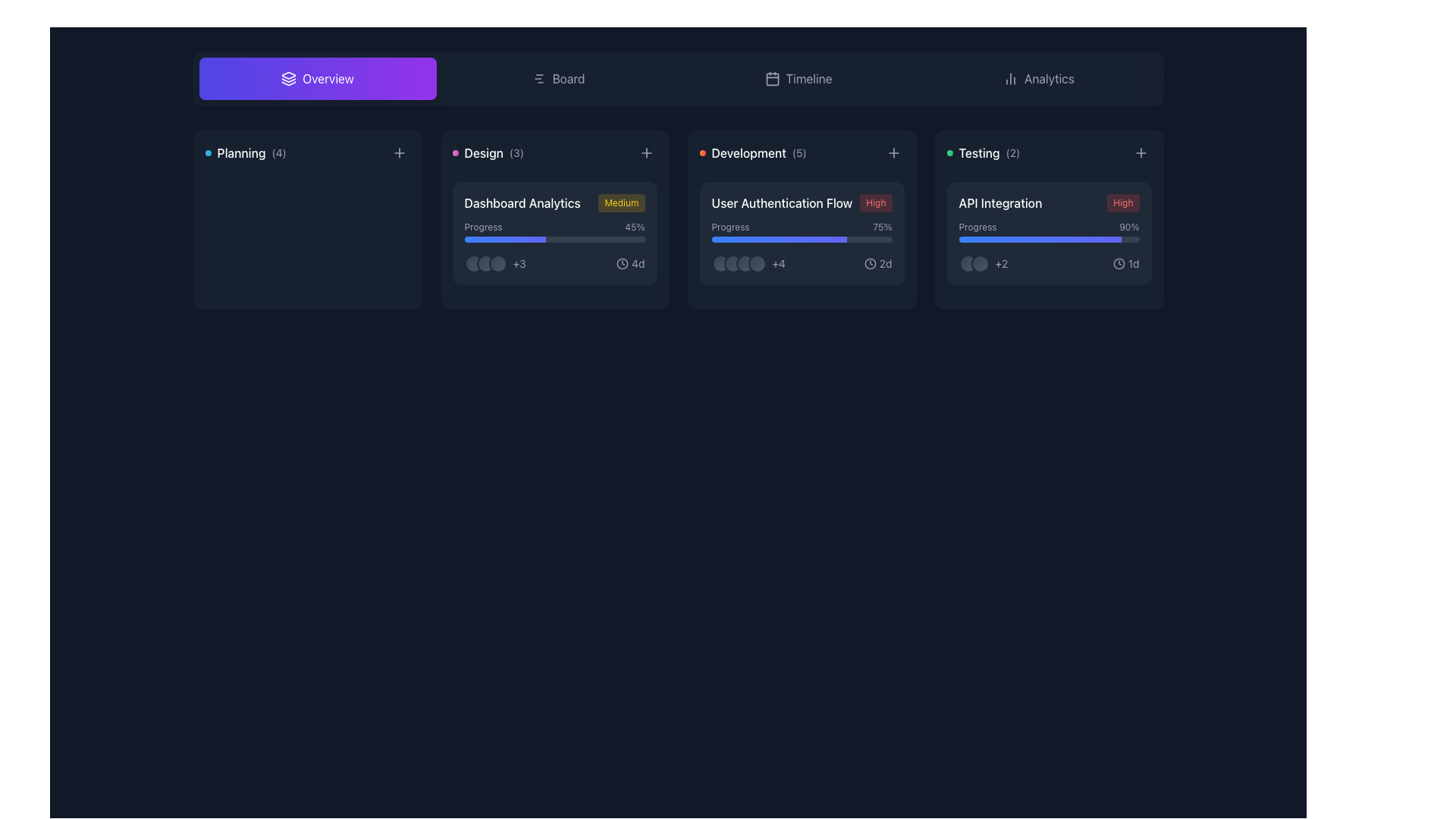 The image size is (1456, 819). Describe the element at coordinates (472, 262) in the screenshot. I see `the small circular indicator or avatar placeholder located in the top-left corner of the group of three circular components below the 'Dashboard Analytics' card in the 'Design' section` at that location.